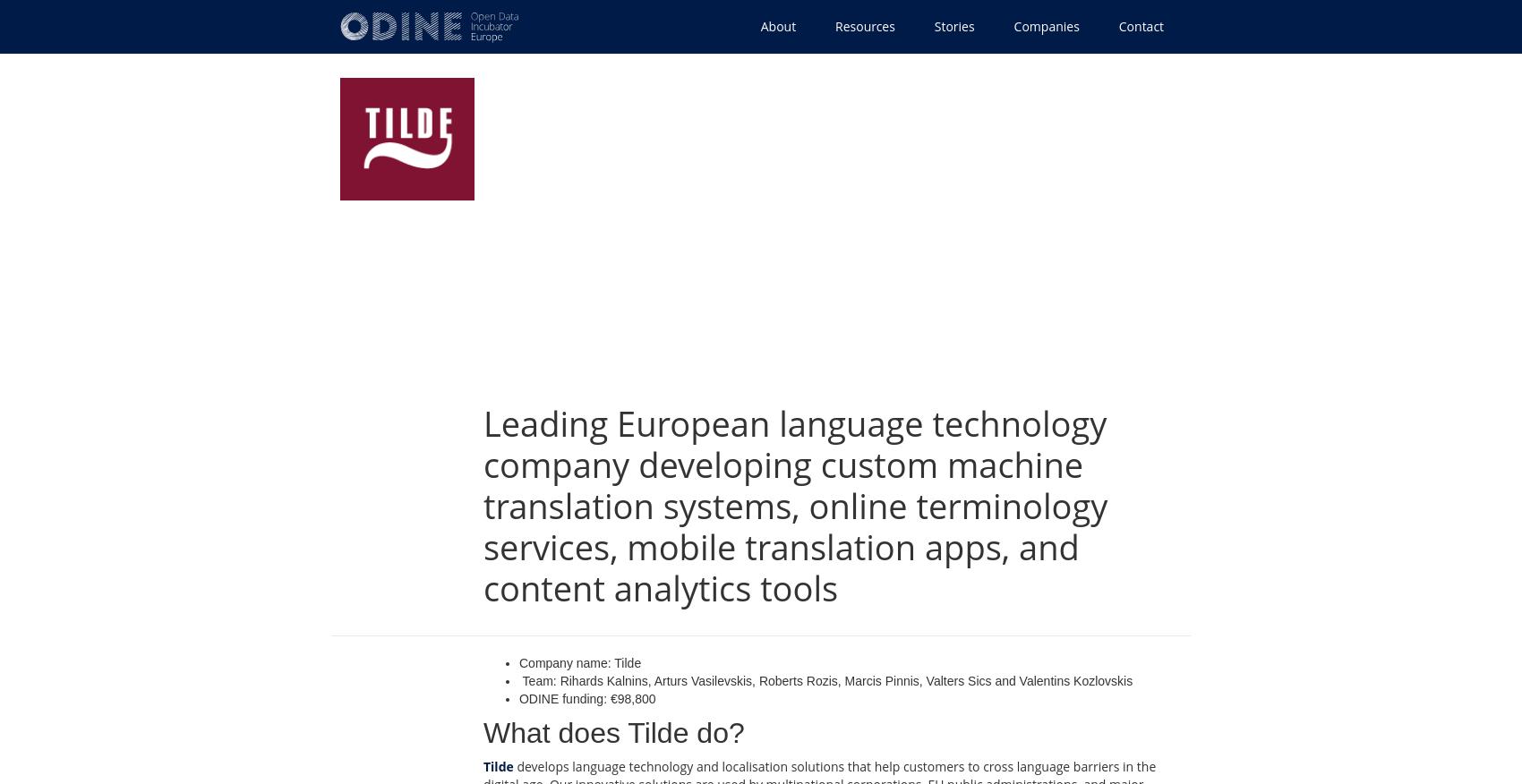  What do you see at coordinates (612, 731) in the screenshot?
I see `'What does Tilde do?'` at bounding box center [612, 731].